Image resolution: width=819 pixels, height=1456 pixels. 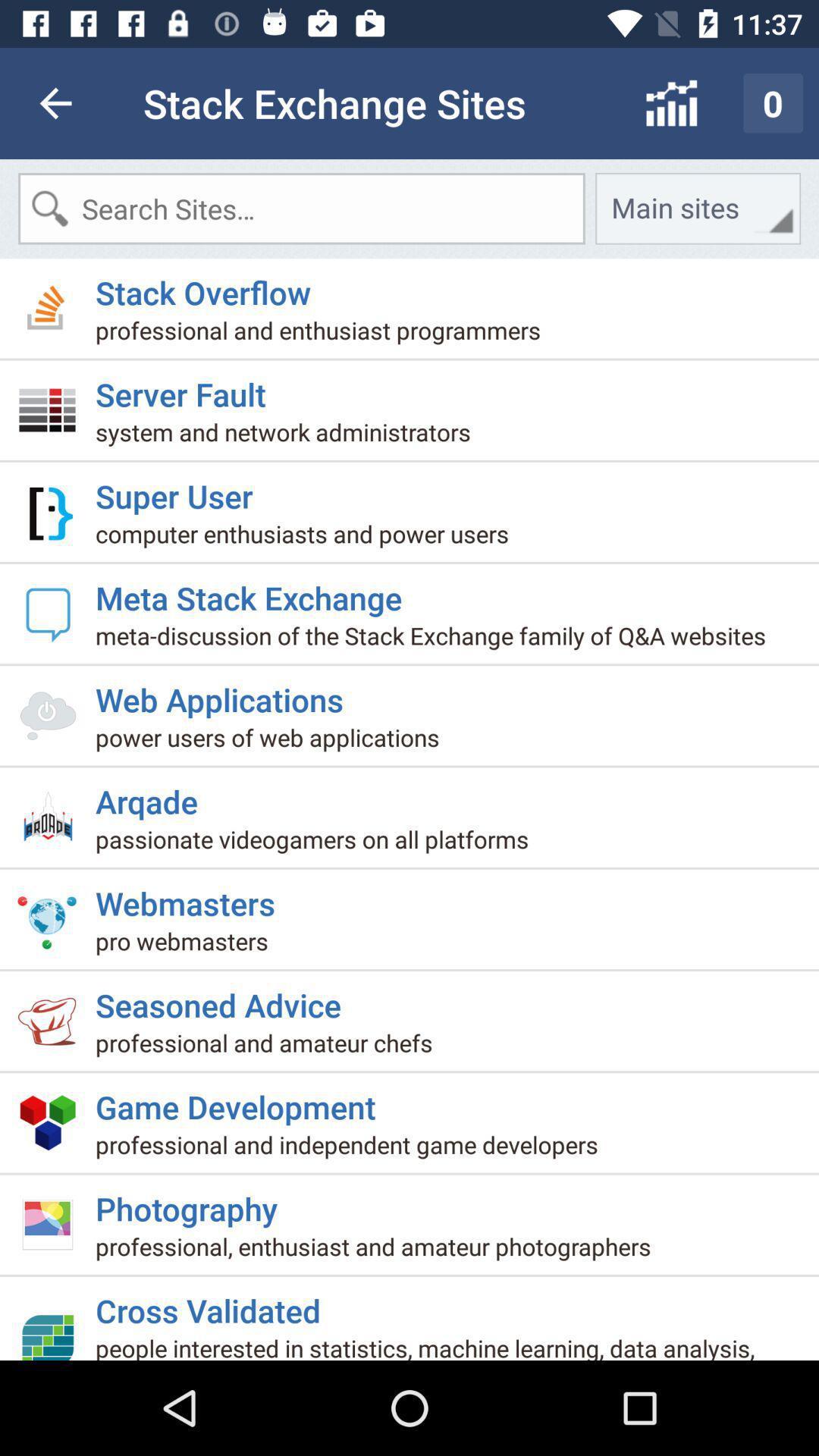 I want to click on search phrase, so click(x=301, y=208).